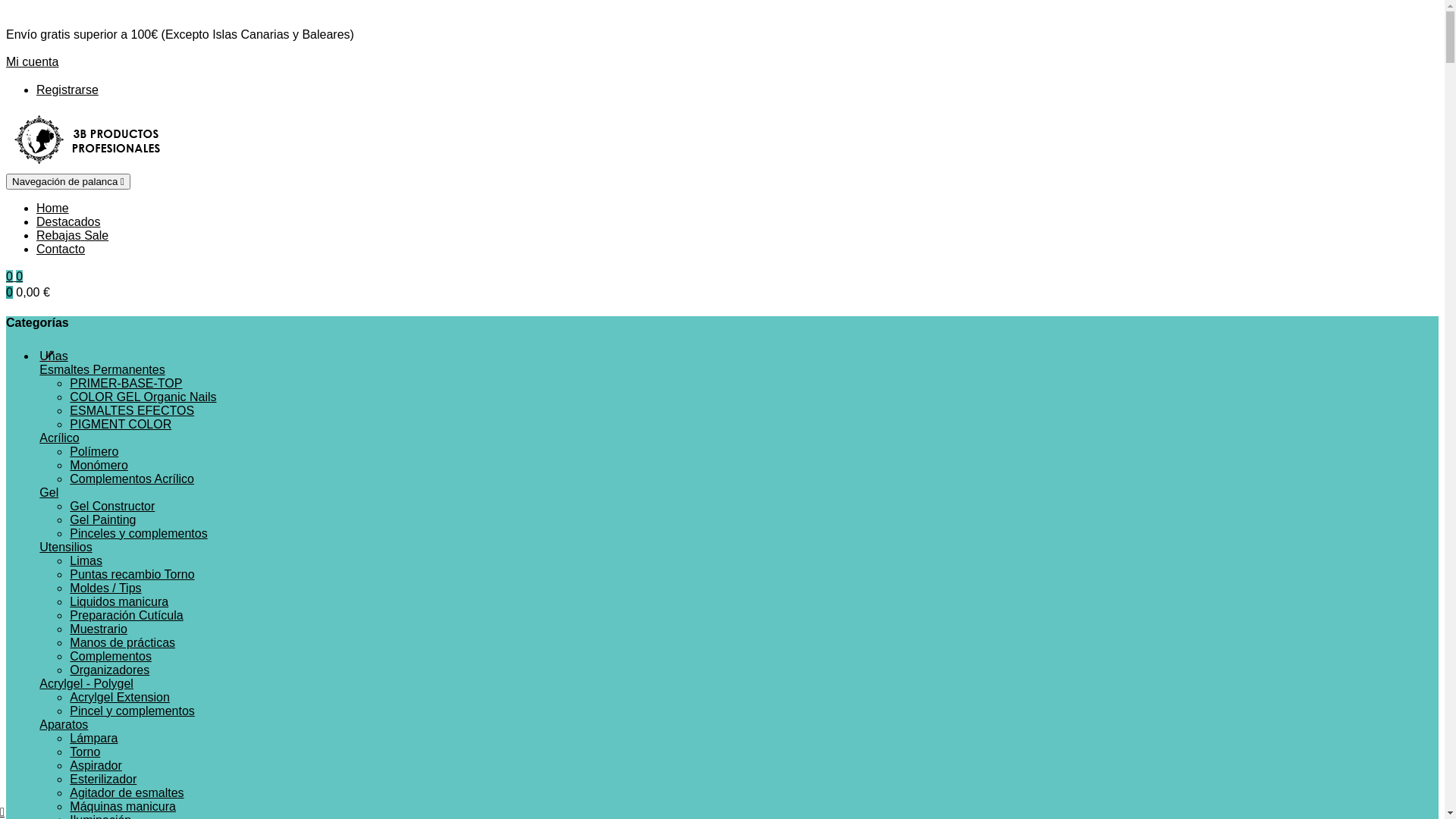 The height and width of the screenshot is (819, 1456). What do you see at coordinates (105, 587) in the screenshot?
I see `'Moldes / Tips'` at bounding box center [105, 587].